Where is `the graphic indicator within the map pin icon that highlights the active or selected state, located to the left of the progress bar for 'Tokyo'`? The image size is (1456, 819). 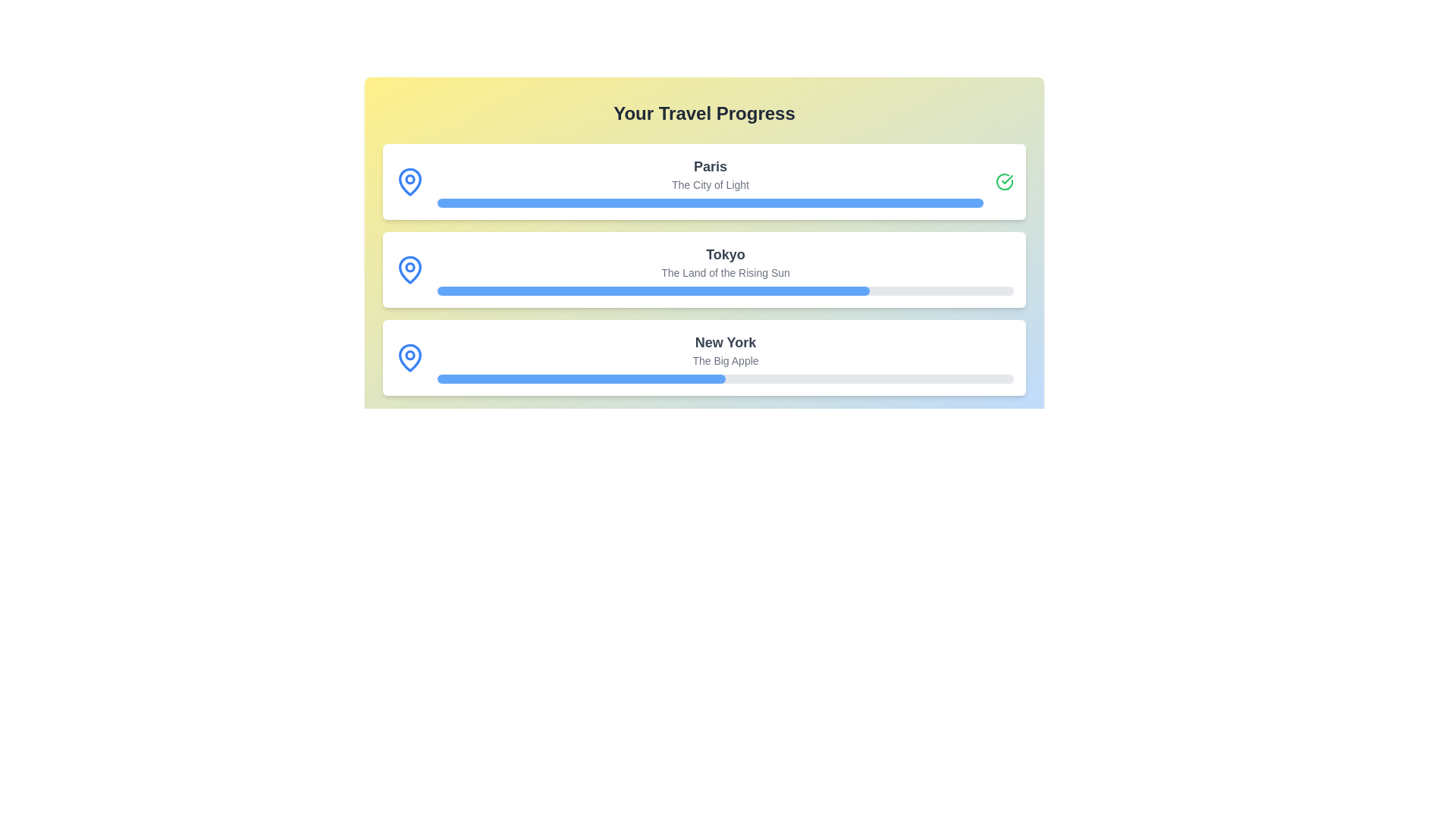
the graphic indicator within the map pin icon that highlights the active or selected state, located to the left of the progress bar for 'Tokyo' is located at coordinates (410, 265).